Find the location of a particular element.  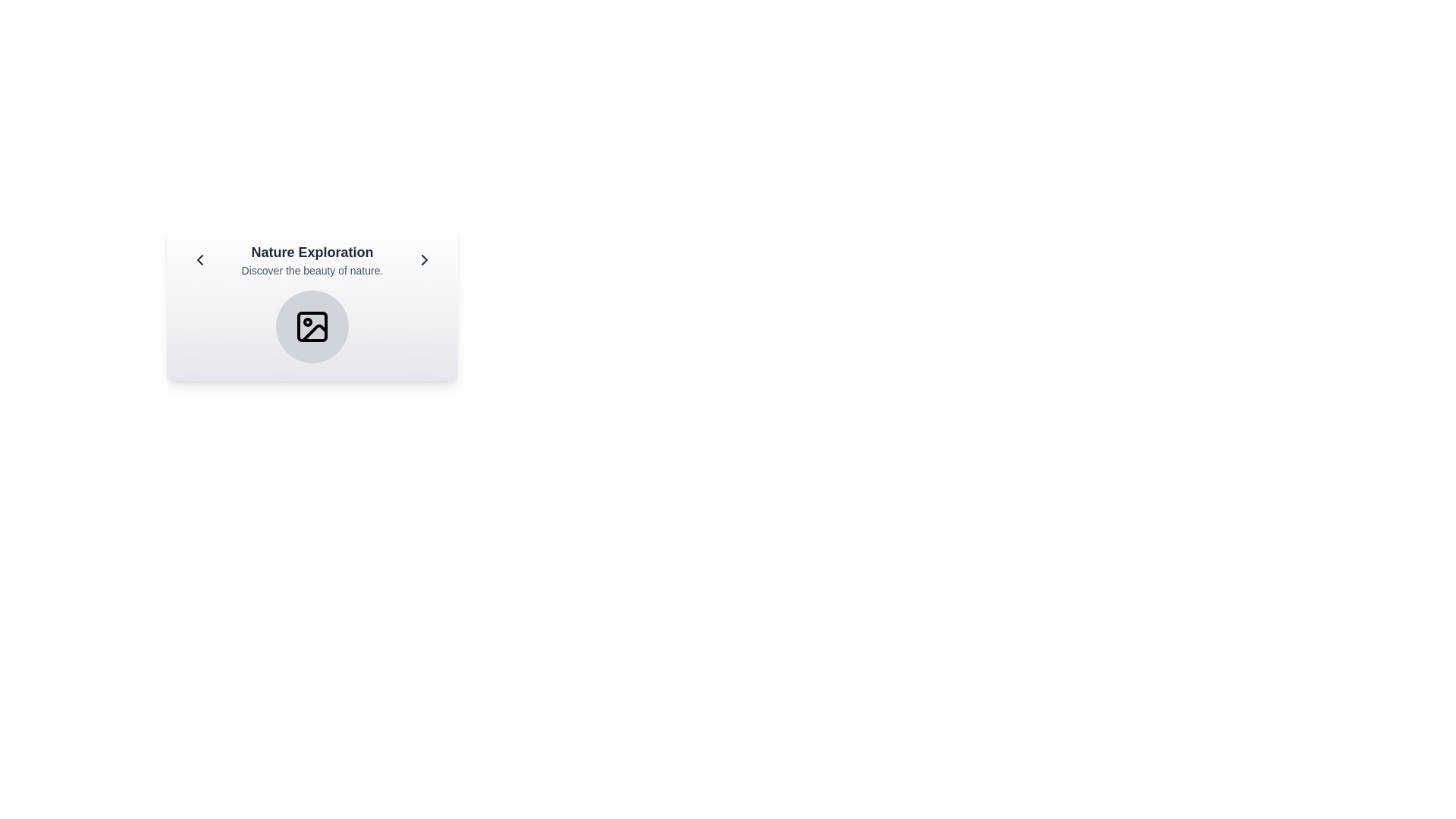

the leftward-pointing chevron icon located on the left side of the 'Nature Exploration' module to trigger a tooltip or visual feedback is located at coordinates (199, 259).